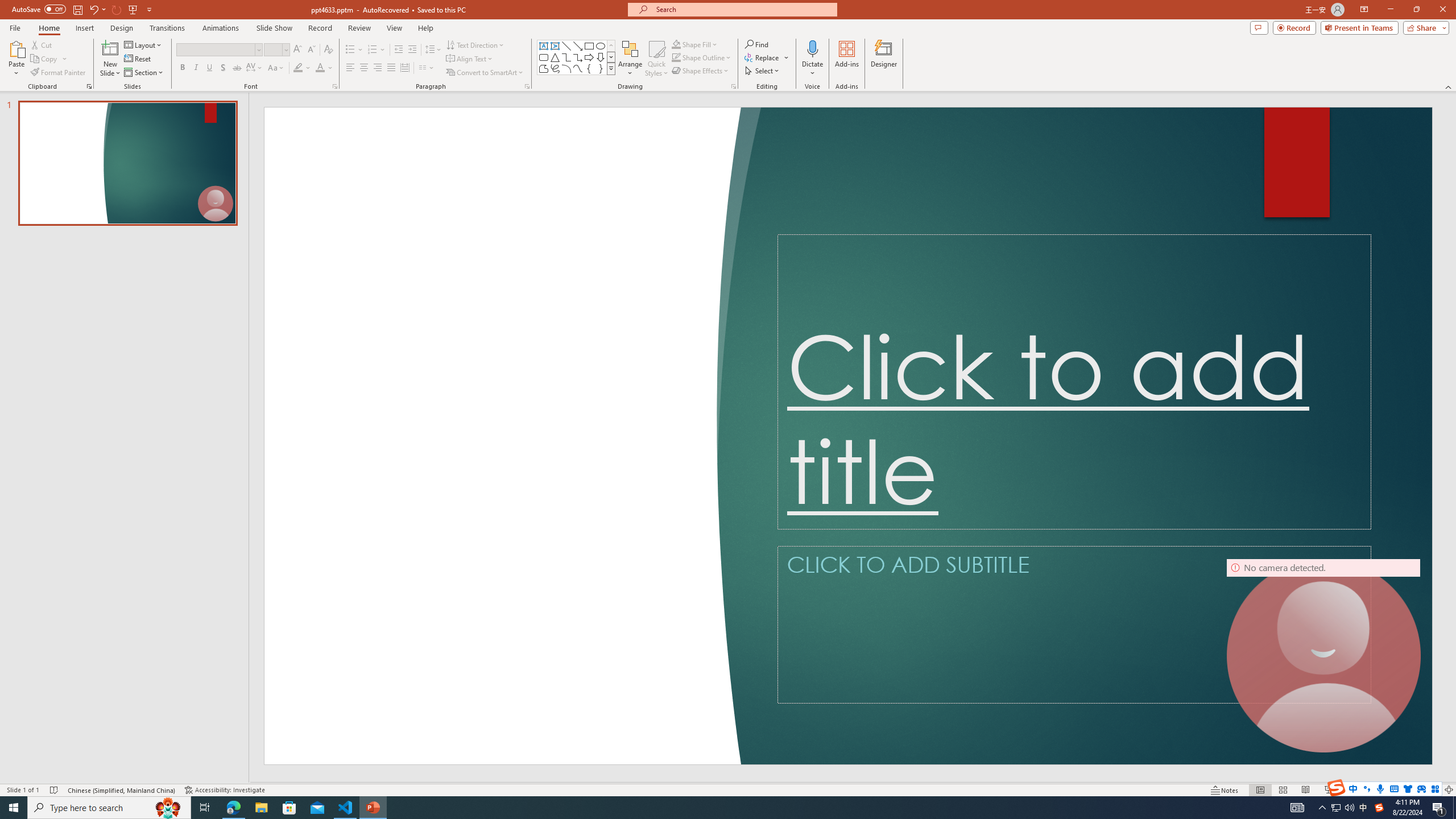 Image resolution: width=1456 pixels, height=819 pixels. Describe the element at coordinates (209, 67) in the screenshot. I see `'Underline'` at that location.